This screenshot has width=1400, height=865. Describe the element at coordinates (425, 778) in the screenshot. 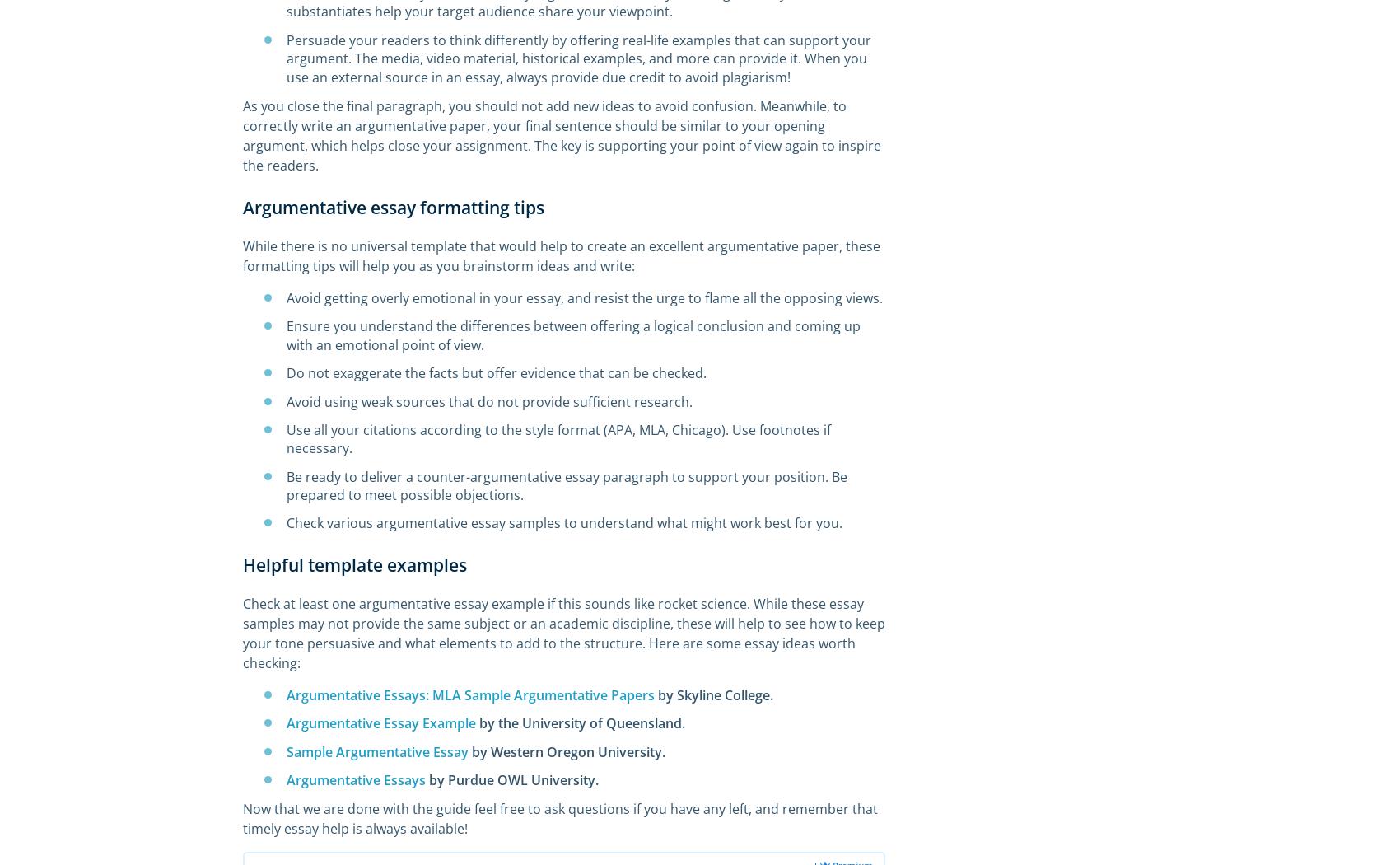

I see `'by Purdue OWL University.'` at that location.